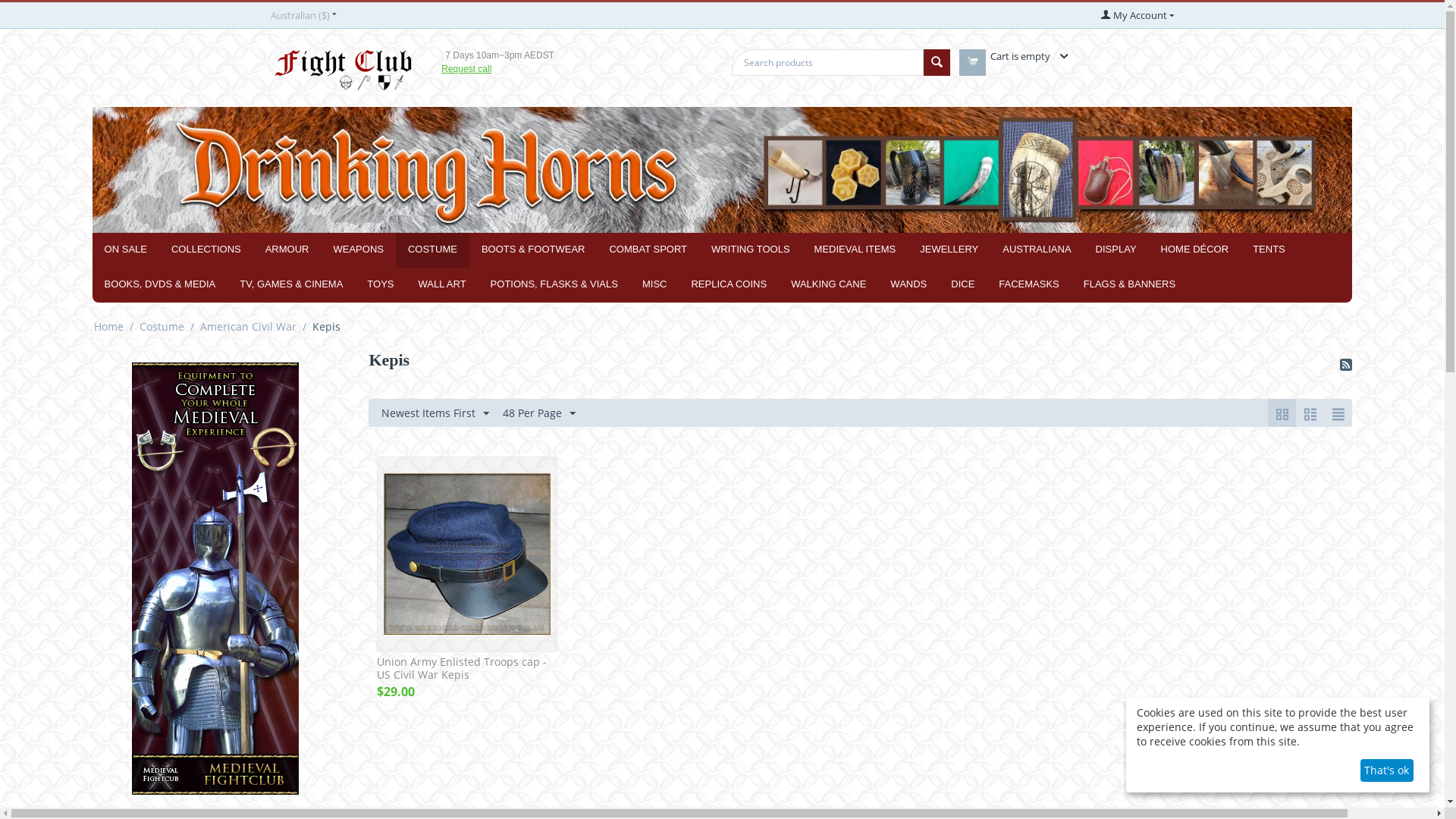 This screenshot has height=819, width=1456. Describe the element at coordinates (877, 284) in the screenshot. I see `'WANDS'` at that location.